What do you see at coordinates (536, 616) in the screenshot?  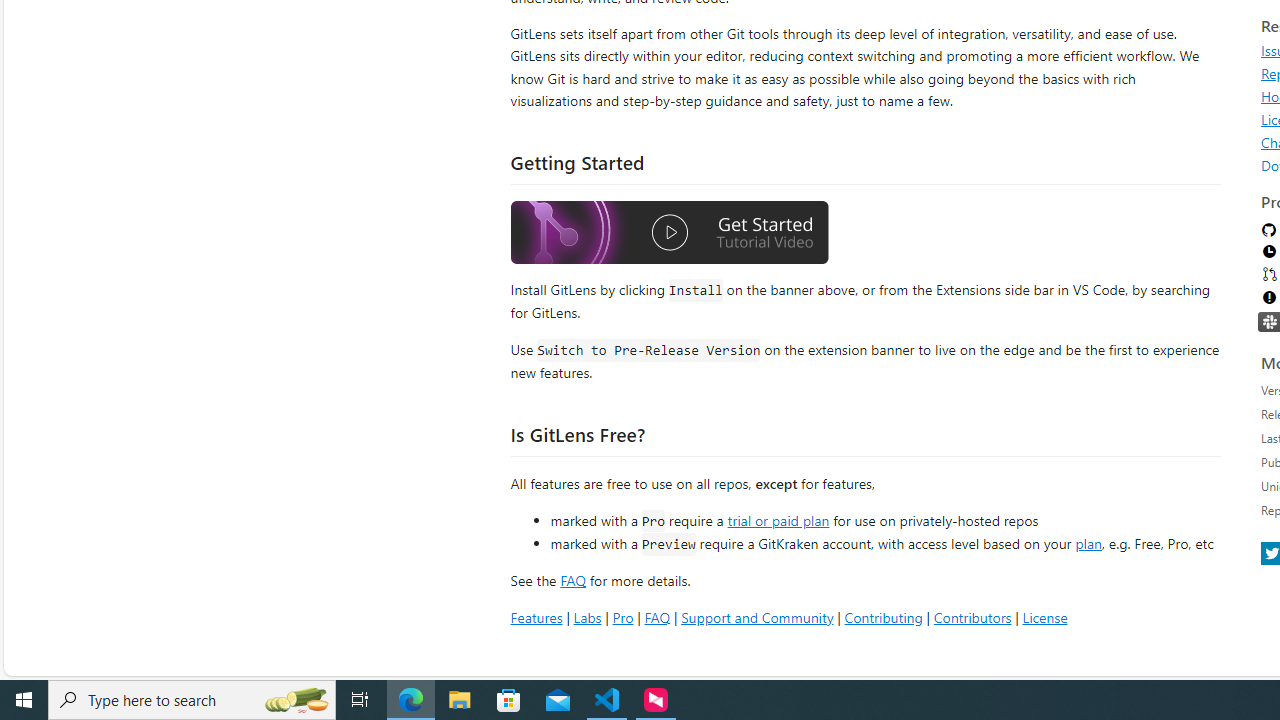 I see `'Features'` at bounding box center [536, 616].